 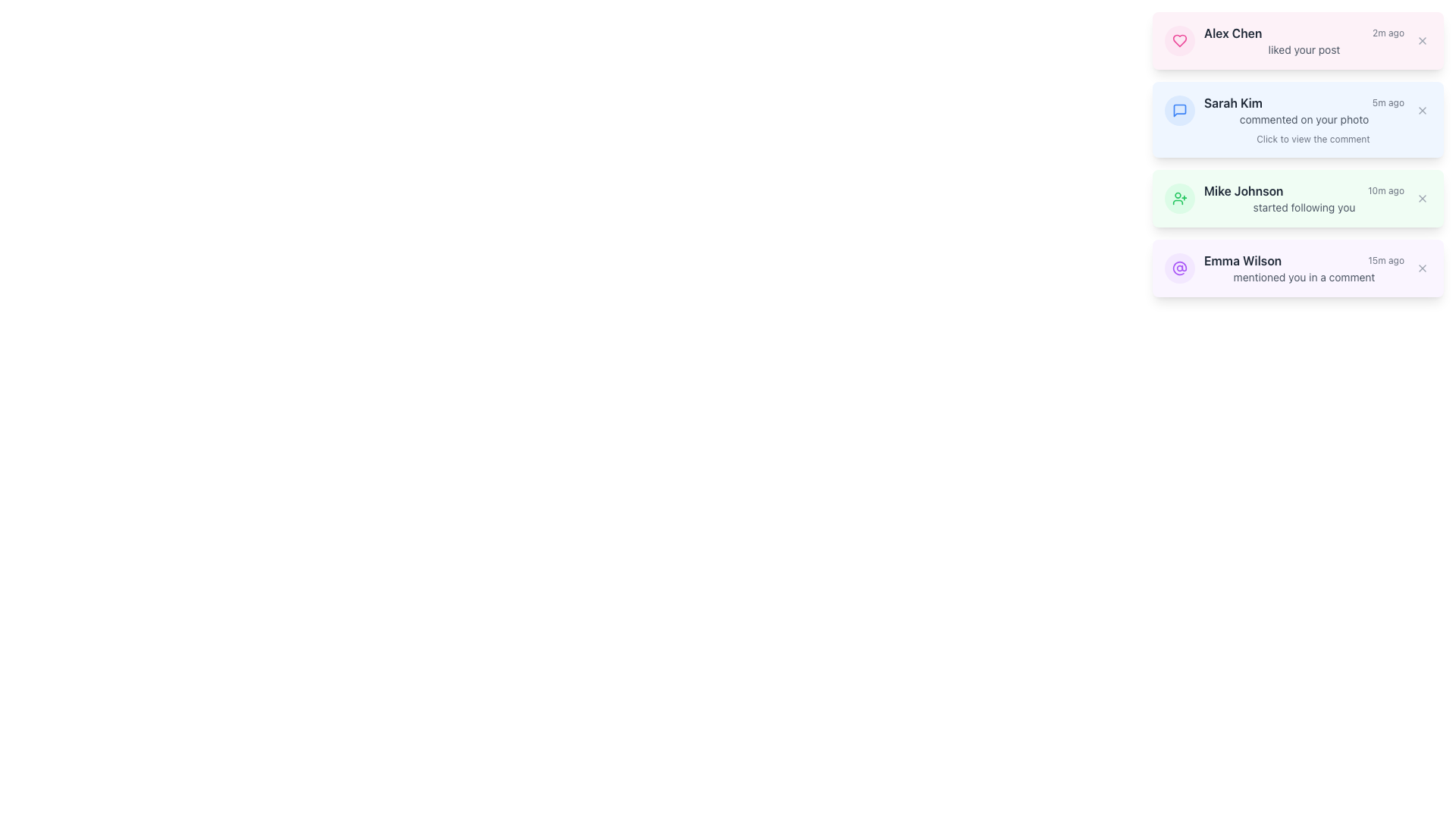 I want to click on the icon in the fourth notification card from the top in the notification panel, which is aligned horizontally with the text 'Emma Wilson mentioned you in a comment', so click(x=1178, y=268).